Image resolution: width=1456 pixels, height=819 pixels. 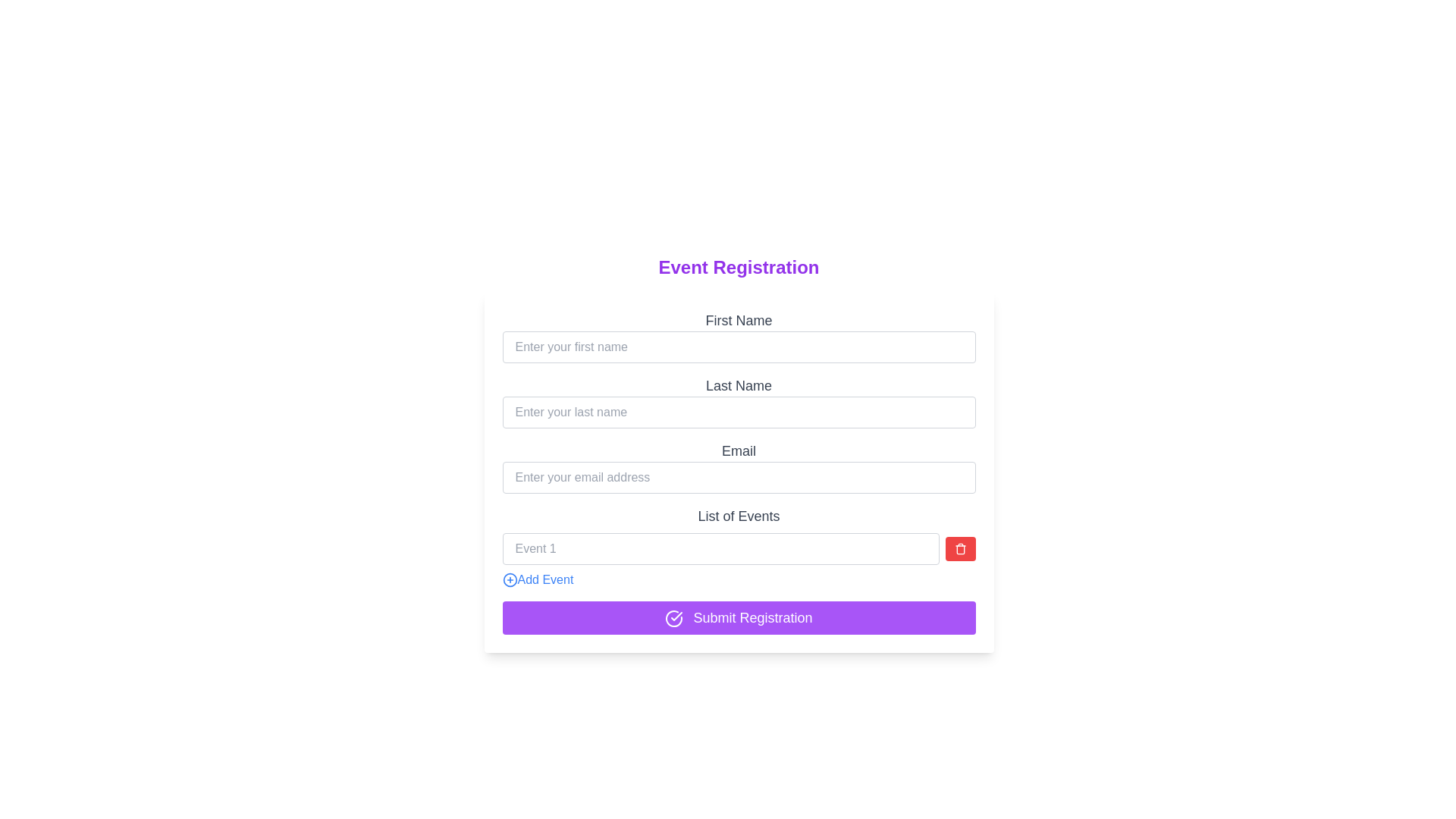 I want to click on the checkmark icon within the circular icon located at the bottom center of the displayed form, so click(x=676, y=617).